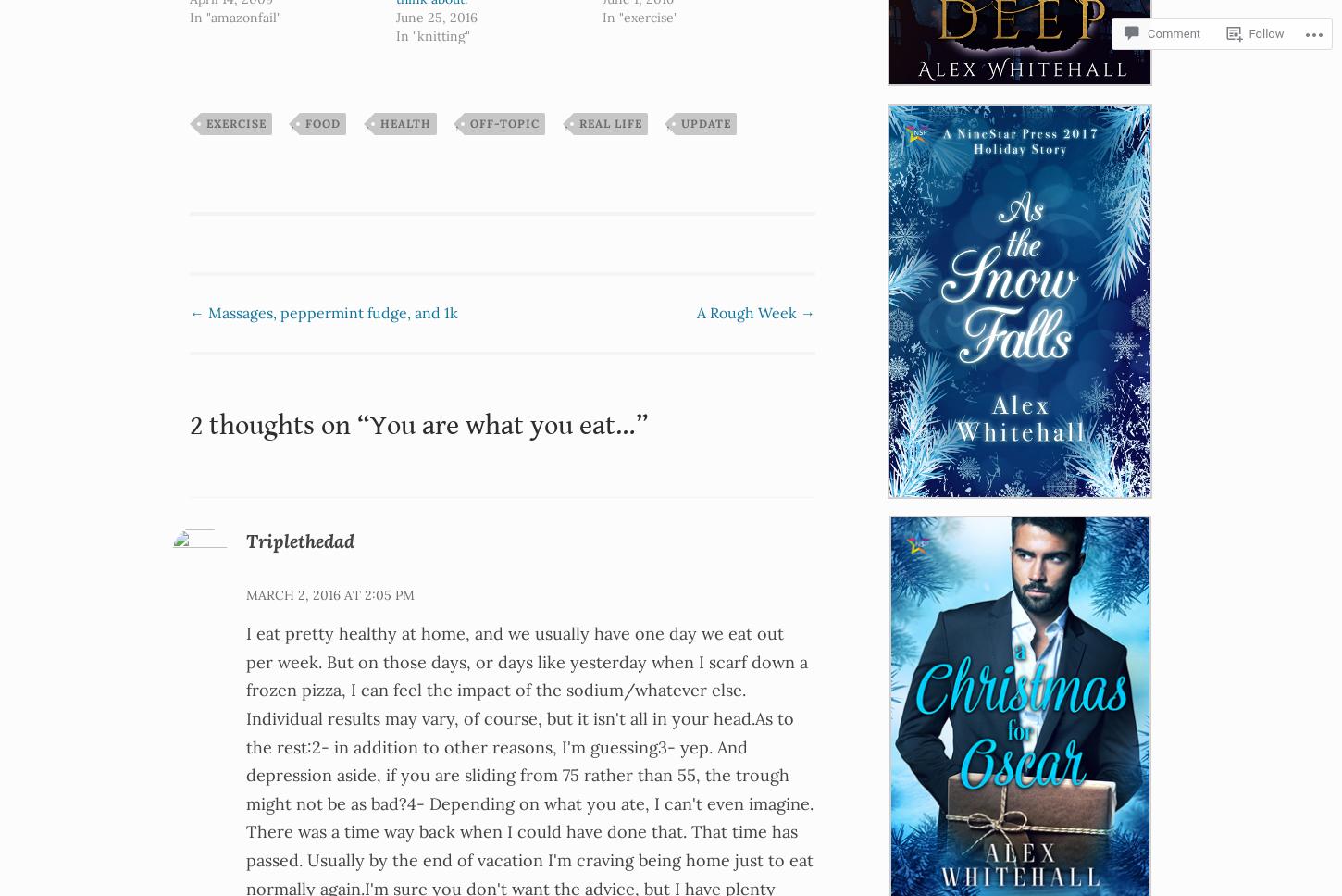  Describe the element at coordinates (609, 121) in the screenshot. I see `'real life'` at that location.